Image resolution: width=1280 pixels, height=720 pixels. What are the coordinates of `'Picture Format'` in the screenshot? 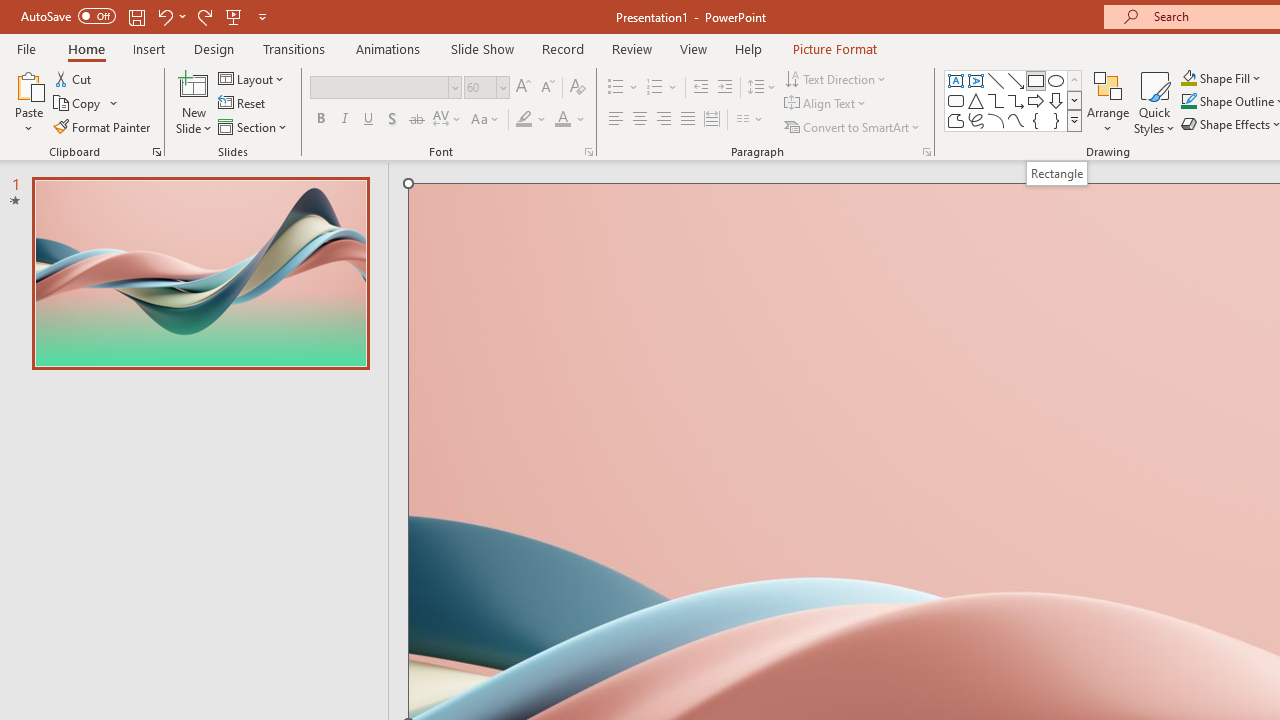 It's located at (835, 48).